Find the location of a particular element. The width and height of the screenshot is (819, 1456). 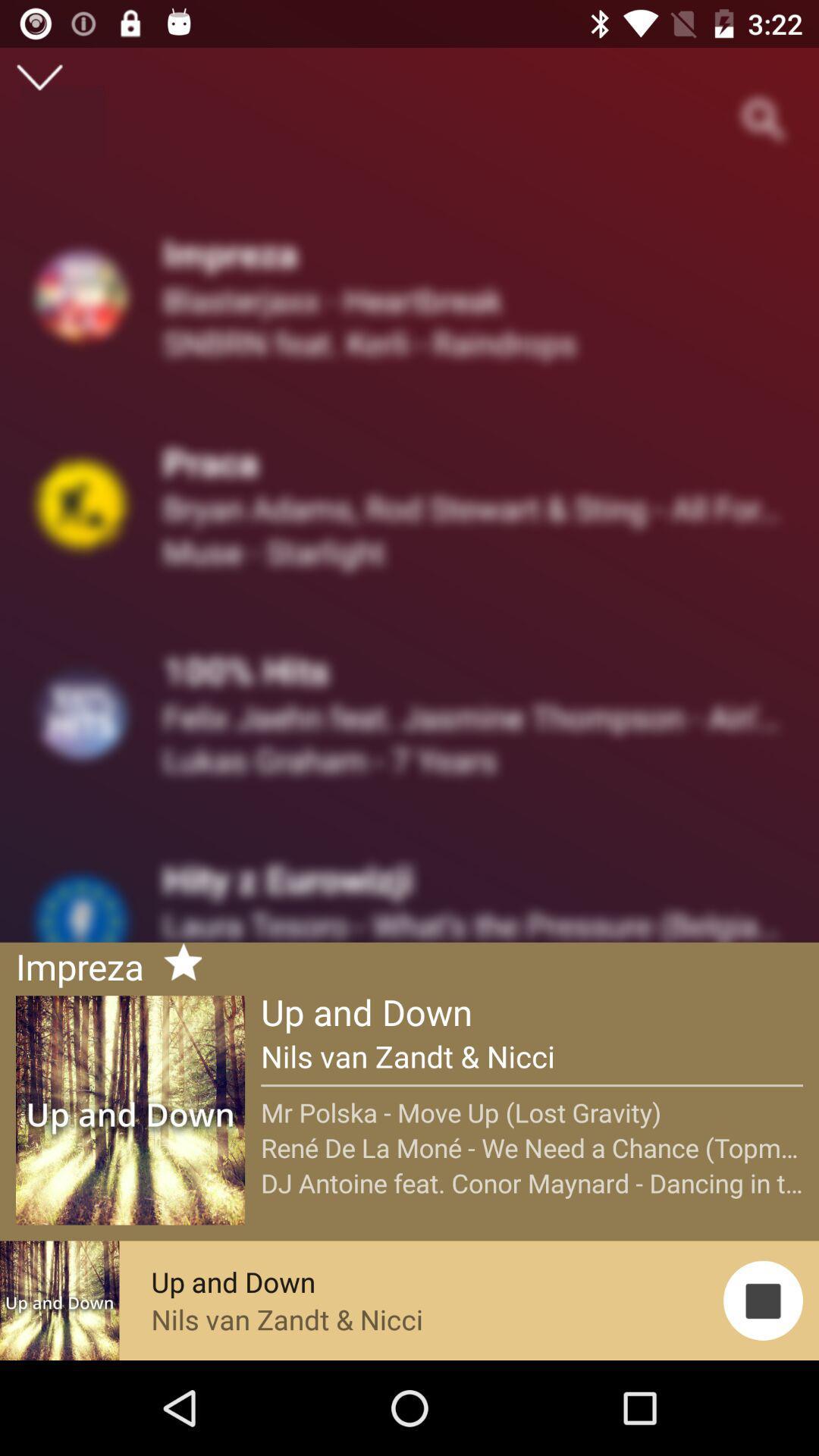

expand option is located at coordinates (39, 77).